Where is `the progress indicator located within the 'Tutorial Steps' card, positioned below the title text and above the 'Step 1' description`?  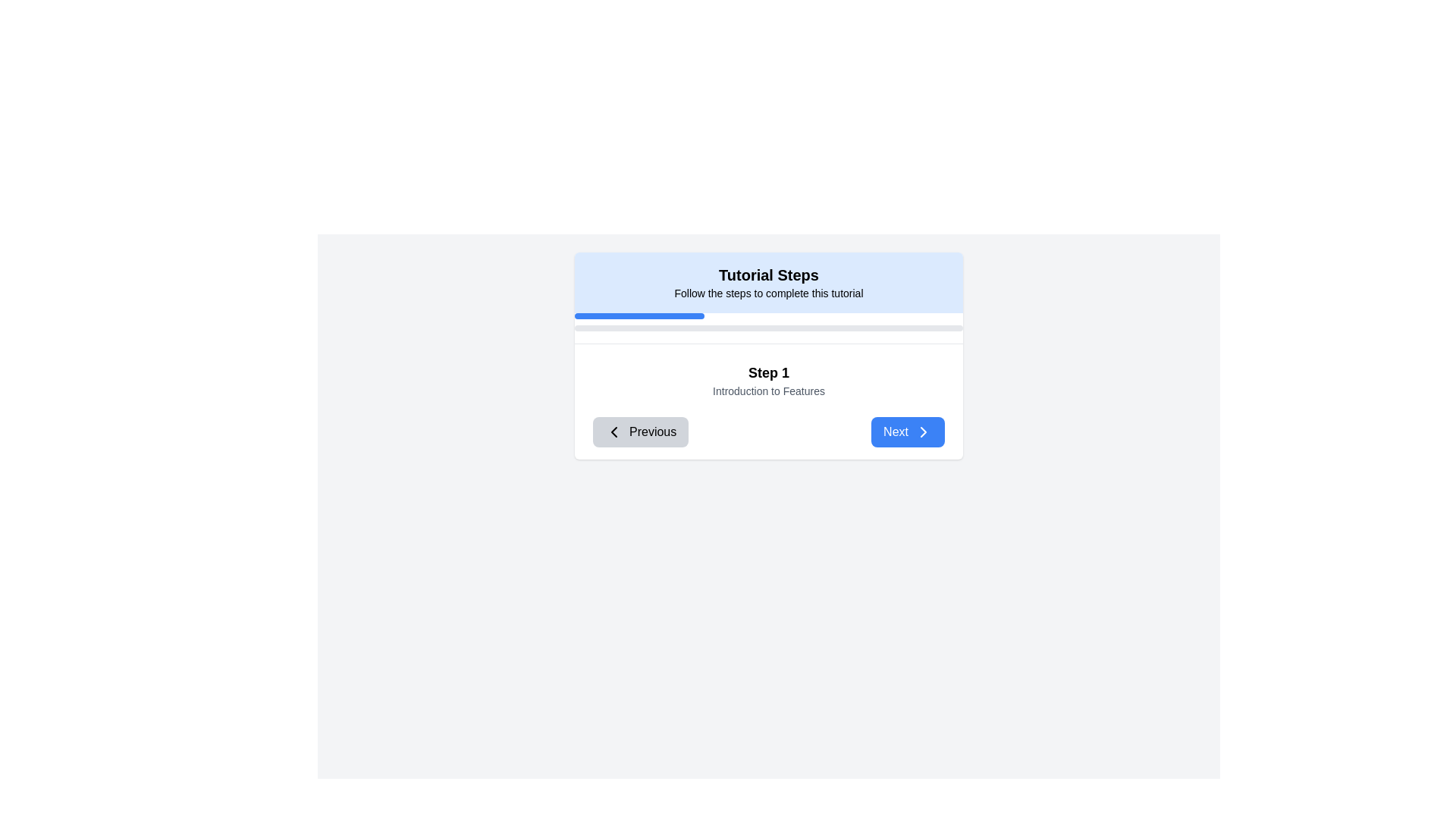 the progress indicator located within the 'Tutorial Steps' card, positioned below the title text and above the 'Step 1' description is located at coordinates (768, 327).